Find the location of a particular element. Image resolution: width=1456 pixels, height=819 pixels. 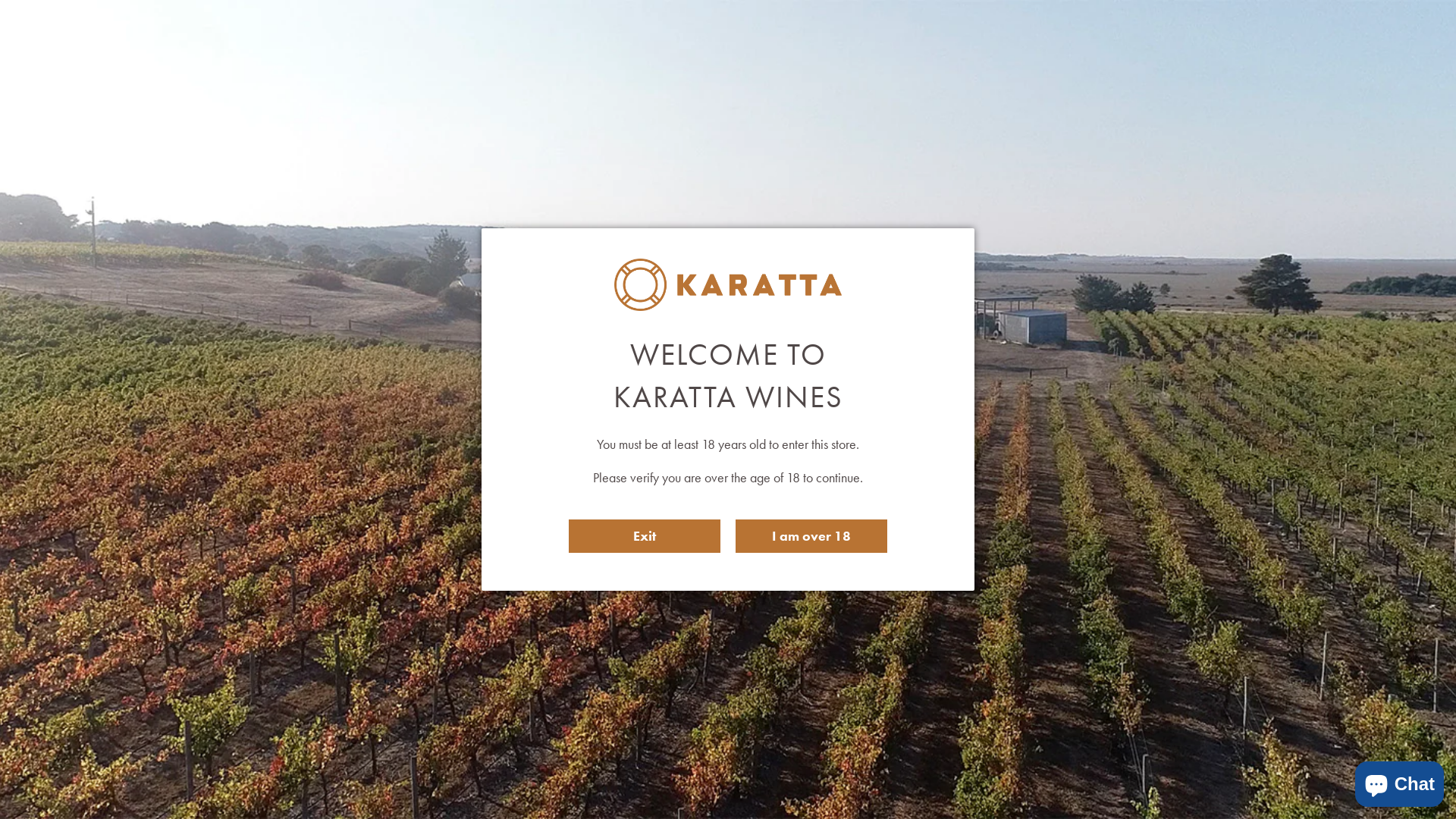

'Exit' is located at coordinates (644, 535).